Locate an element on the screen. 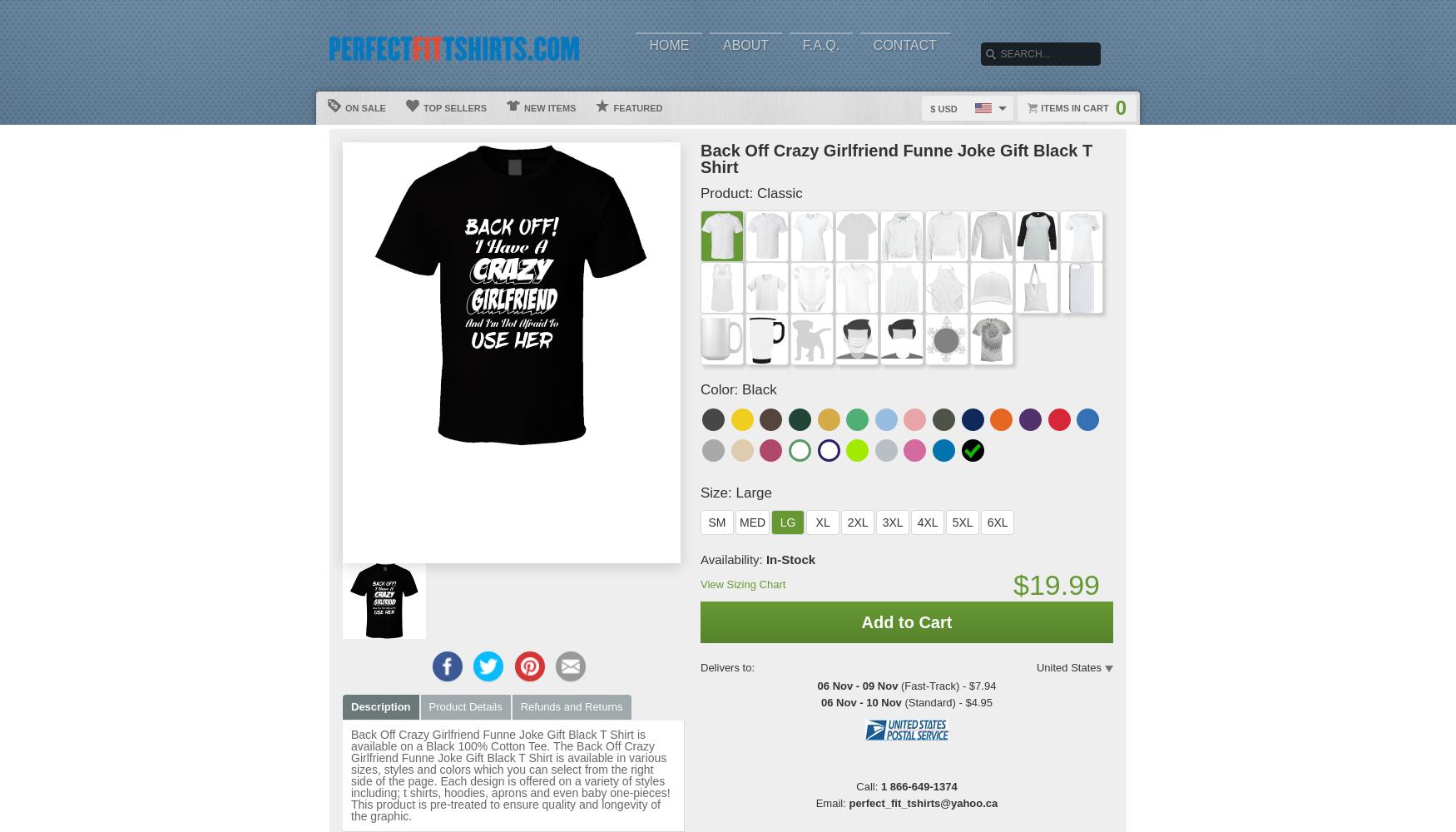  'View Sizing Chart' is located at coordinates (742, 583).